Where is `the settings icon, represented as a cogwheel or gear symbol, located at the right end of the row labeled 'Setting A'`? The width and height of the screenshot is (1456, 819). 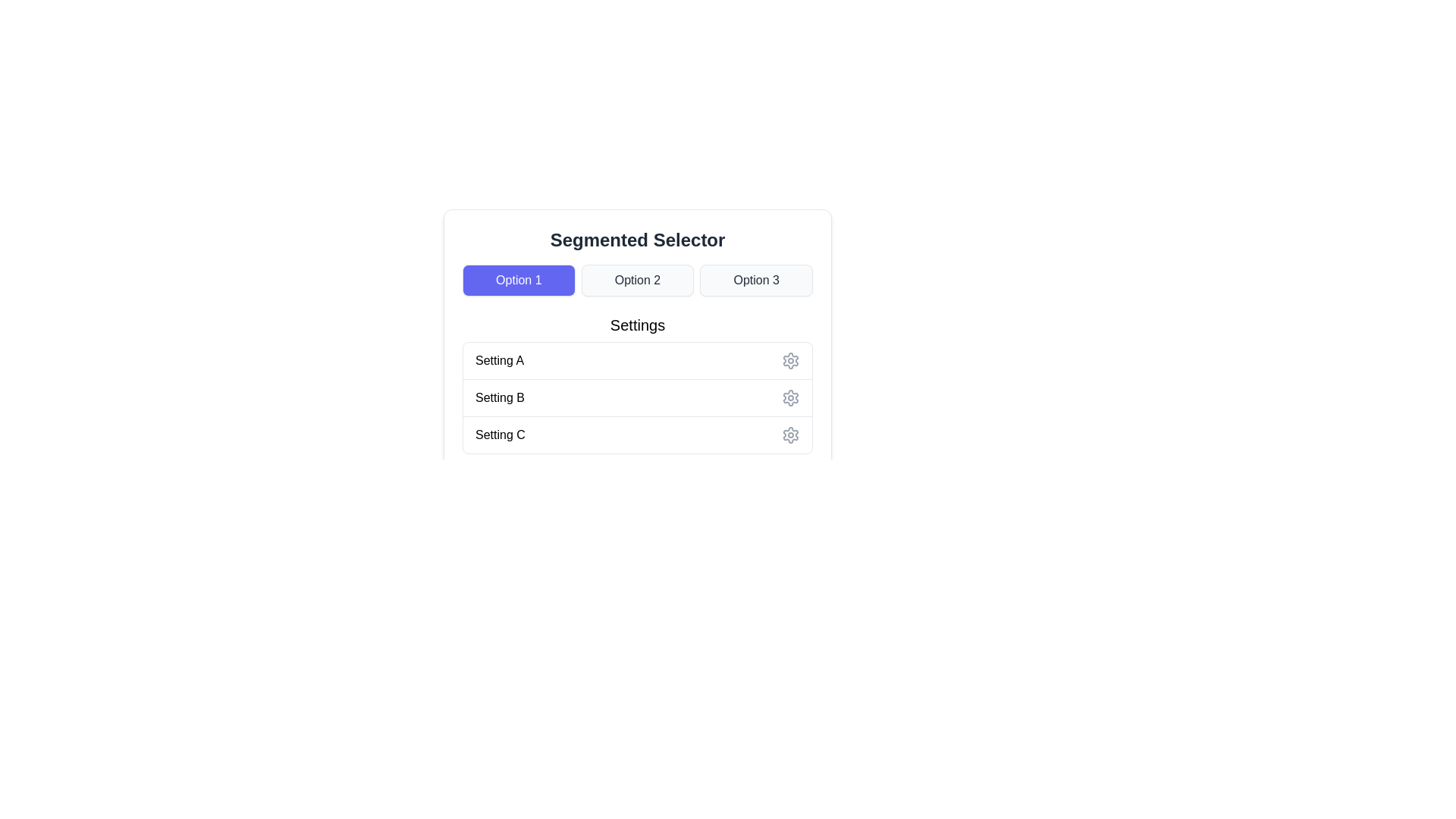
the settings icon, represented as a cogwheel or gear symbol, located at the right end of the row labeled 'Setting A' is located at coordinates (789, 360).